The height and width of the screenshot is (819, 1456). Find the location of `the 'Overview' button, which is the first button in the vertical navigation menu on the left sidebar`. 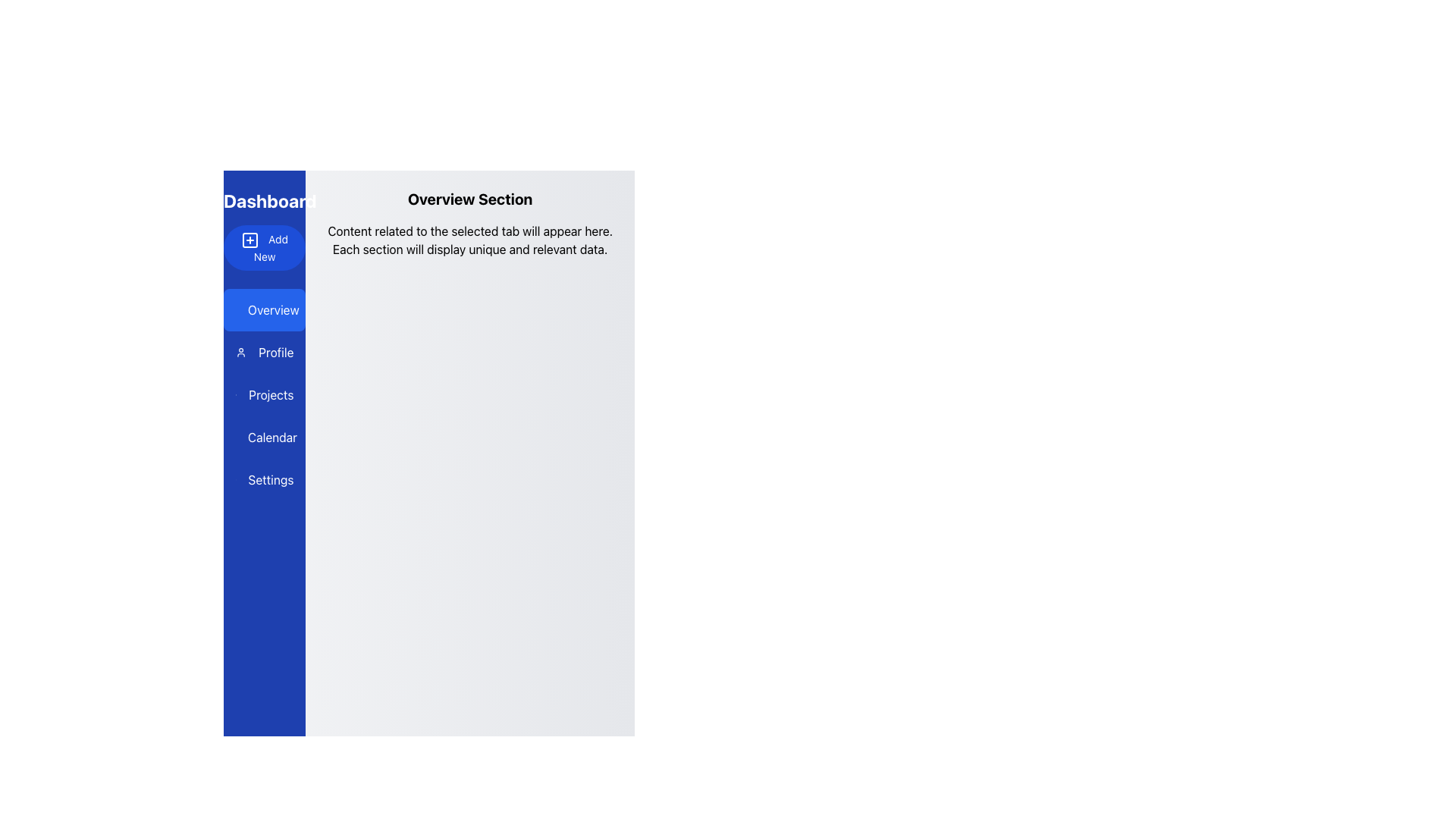

the 'Overview' button, which is the first button in the vertical navigation menu on the left sidebar is located at coordinates (265, 309).